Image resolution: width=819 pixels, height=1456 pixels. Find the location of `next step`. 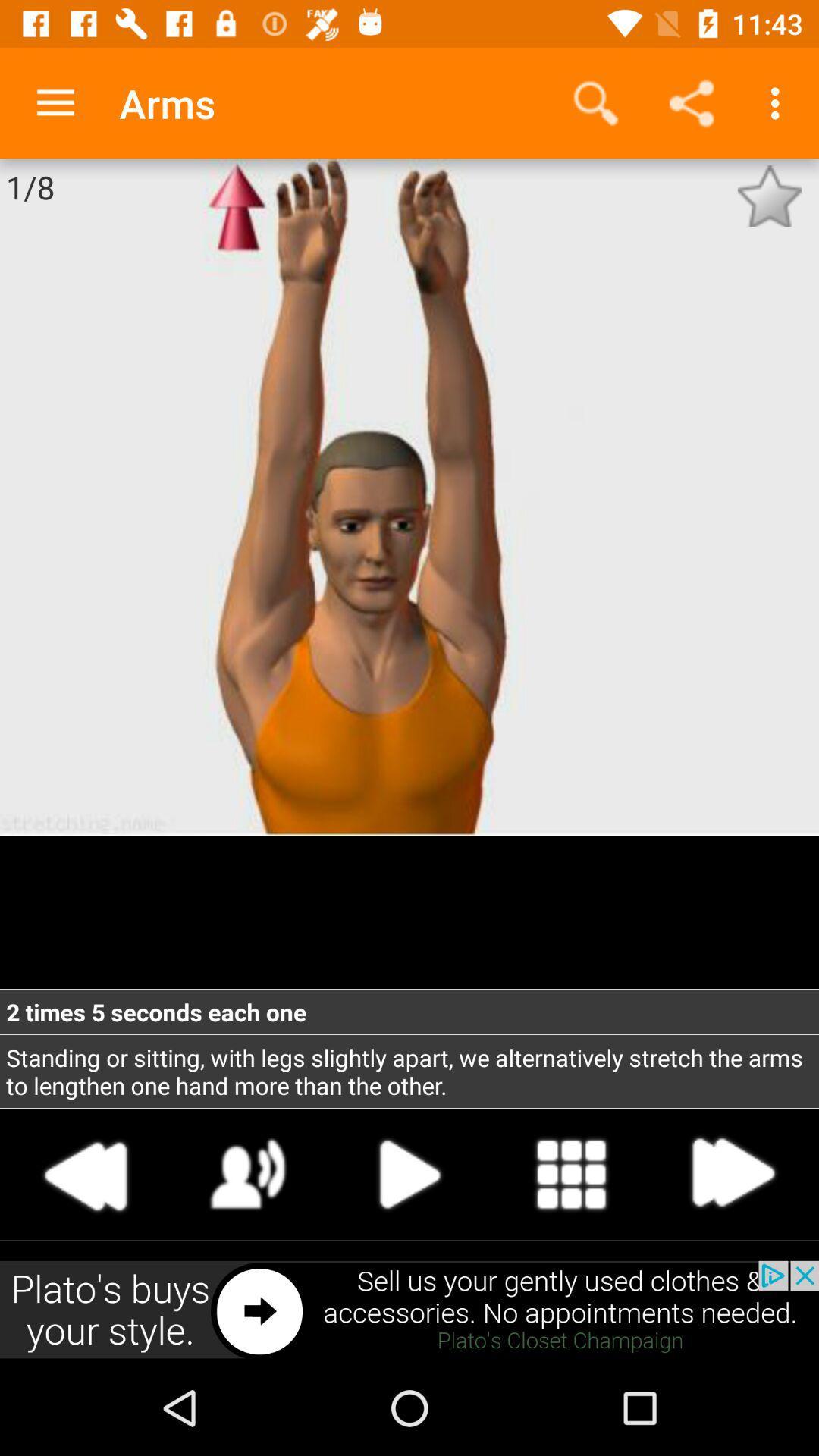

next step is located at coordinates (731, 1173).